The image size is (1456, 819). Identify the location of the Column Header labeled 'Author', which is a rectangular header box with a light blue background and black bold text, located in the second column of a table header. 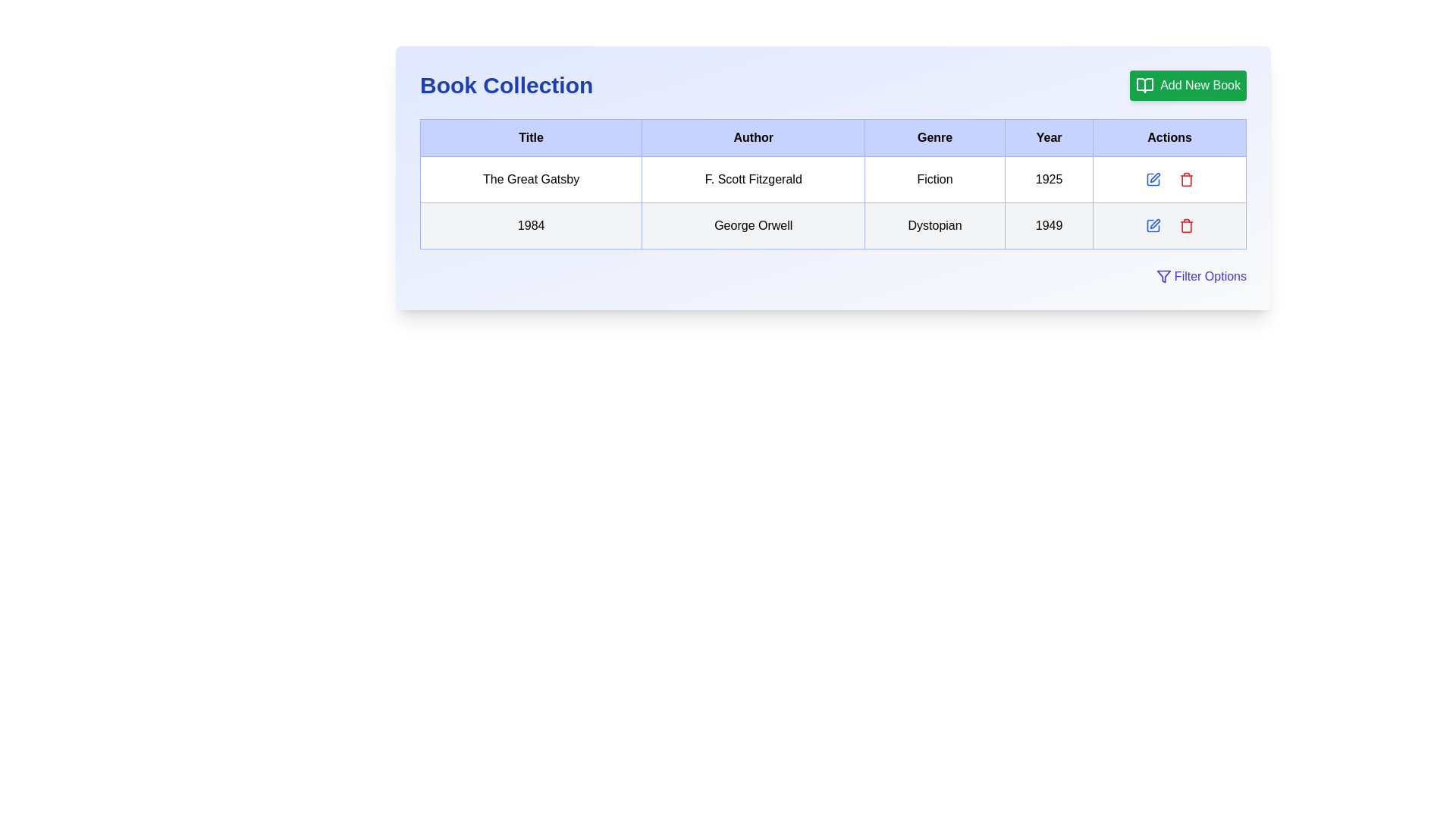
(753, 137).